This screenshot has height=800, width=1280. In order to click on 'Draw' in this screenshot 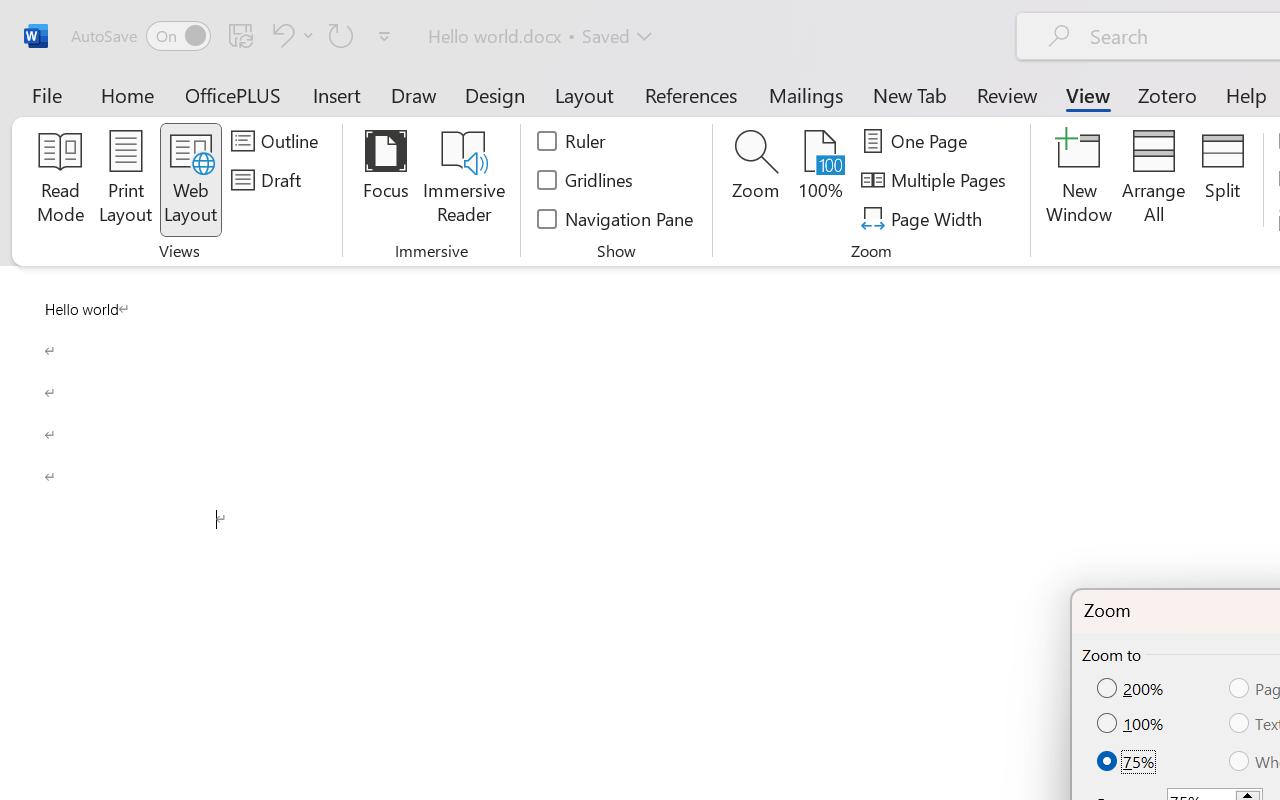, I will do `click(413, 94)`.